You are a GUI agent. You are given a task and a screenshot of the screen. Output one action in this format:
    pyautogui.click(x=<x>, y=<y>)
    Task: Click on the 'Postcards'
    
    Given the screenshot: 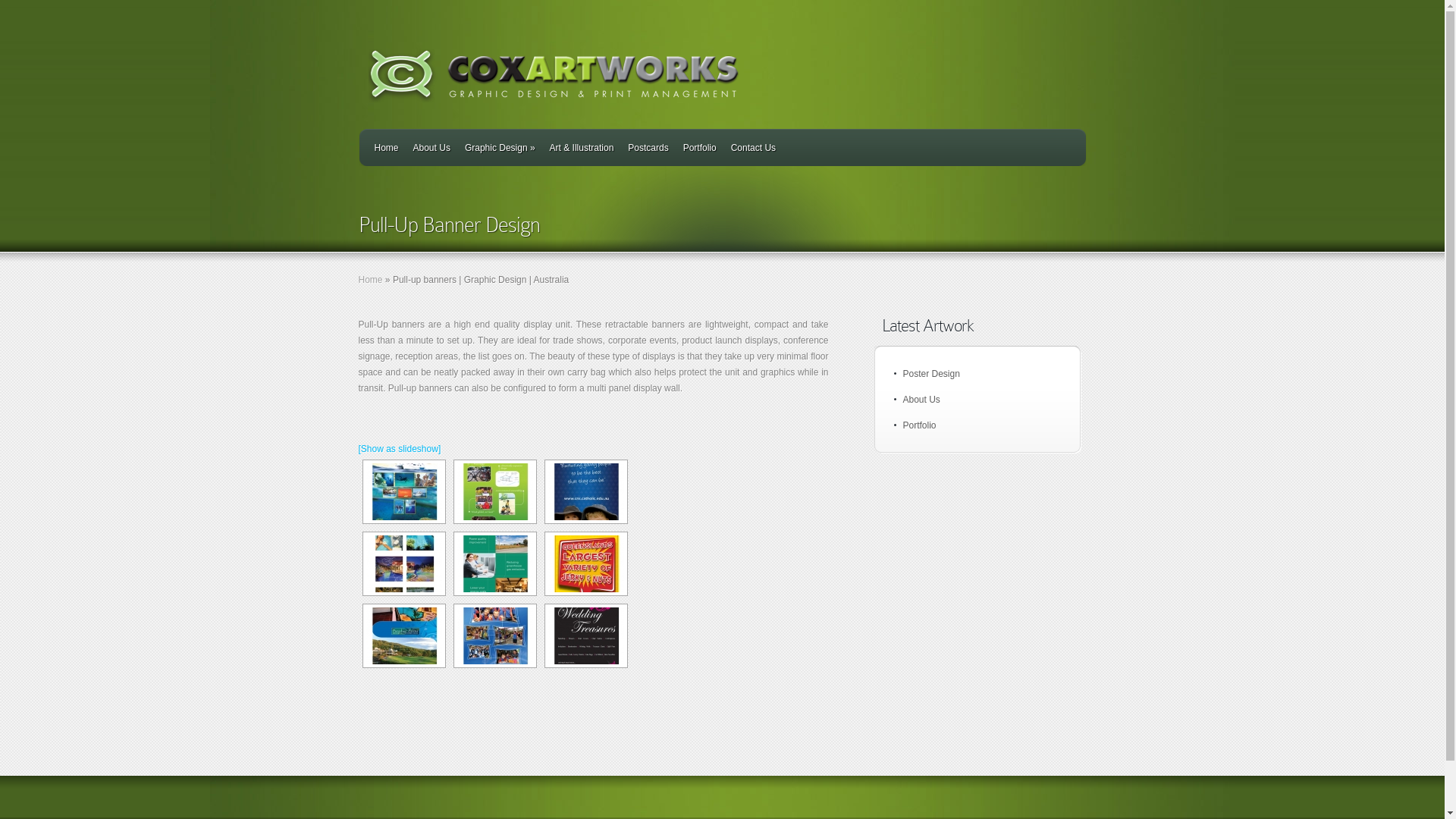 What is the action you would take?
    pyautogui.click(x=648, y=148)
    